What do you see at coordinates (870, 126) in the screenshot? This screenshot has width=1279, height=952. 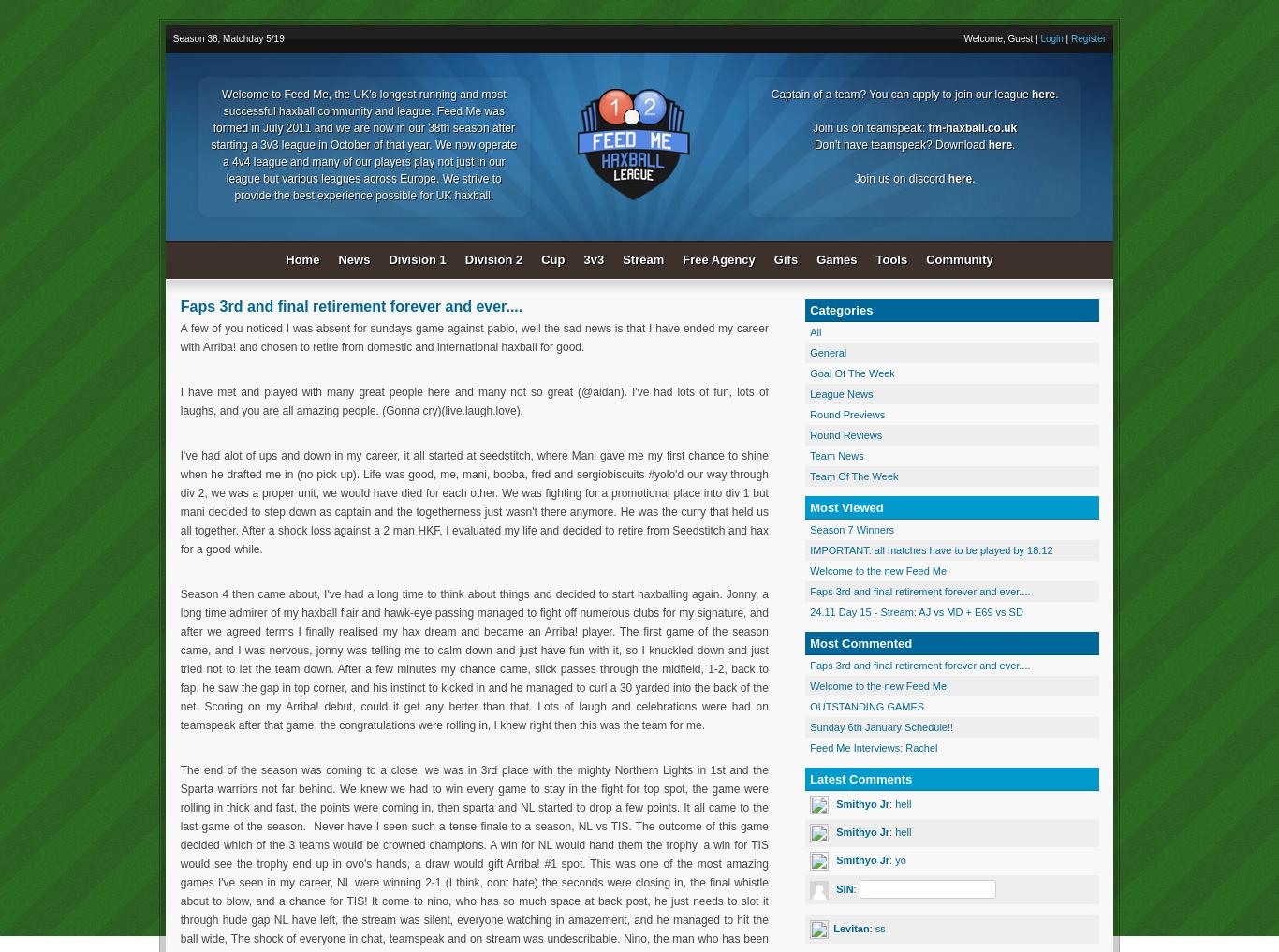 I see `'Join us on teamspeak:'` at bounding box center [870, 126].